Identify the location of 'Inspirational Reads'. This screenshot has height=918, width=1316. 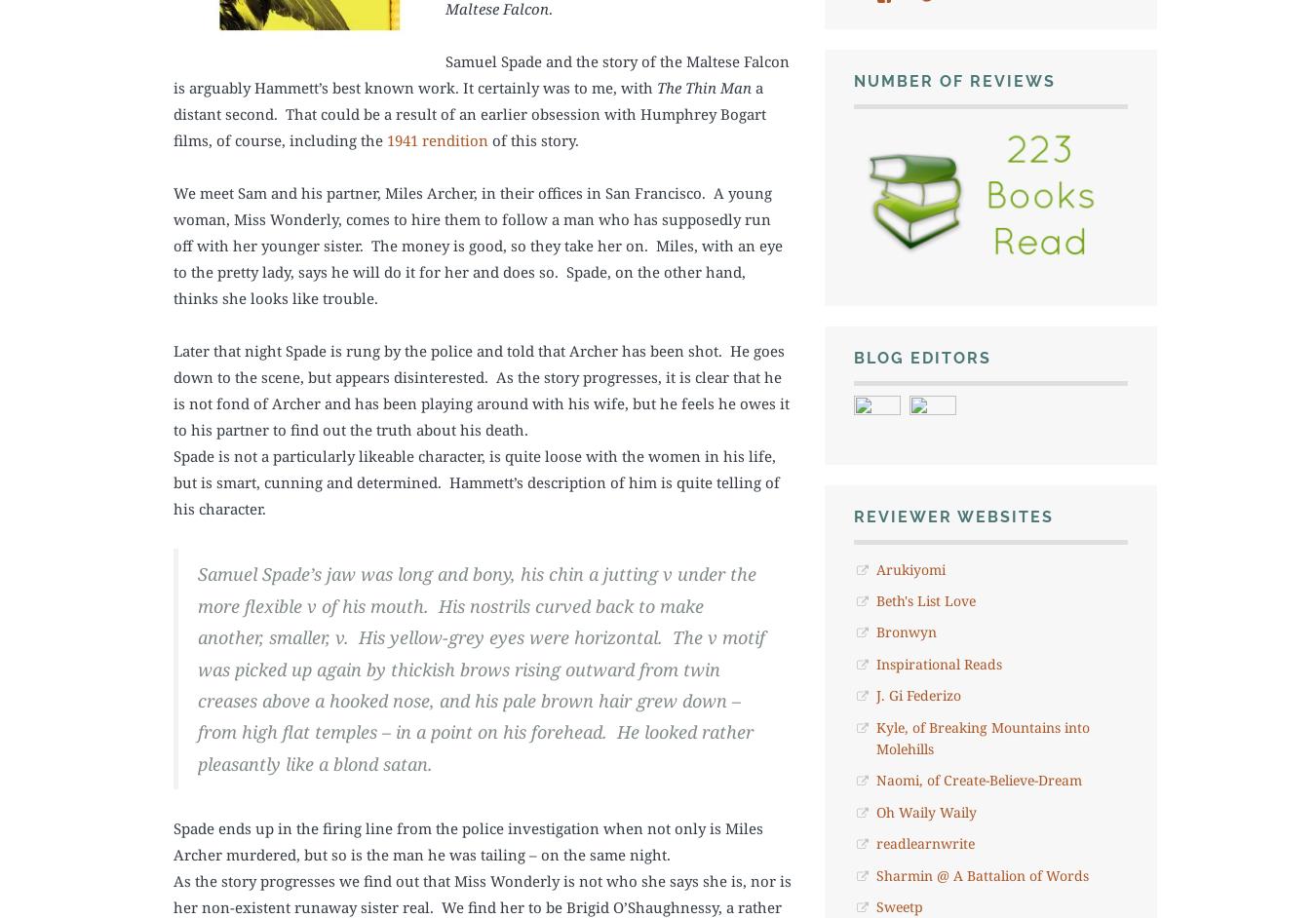
(937, 663).